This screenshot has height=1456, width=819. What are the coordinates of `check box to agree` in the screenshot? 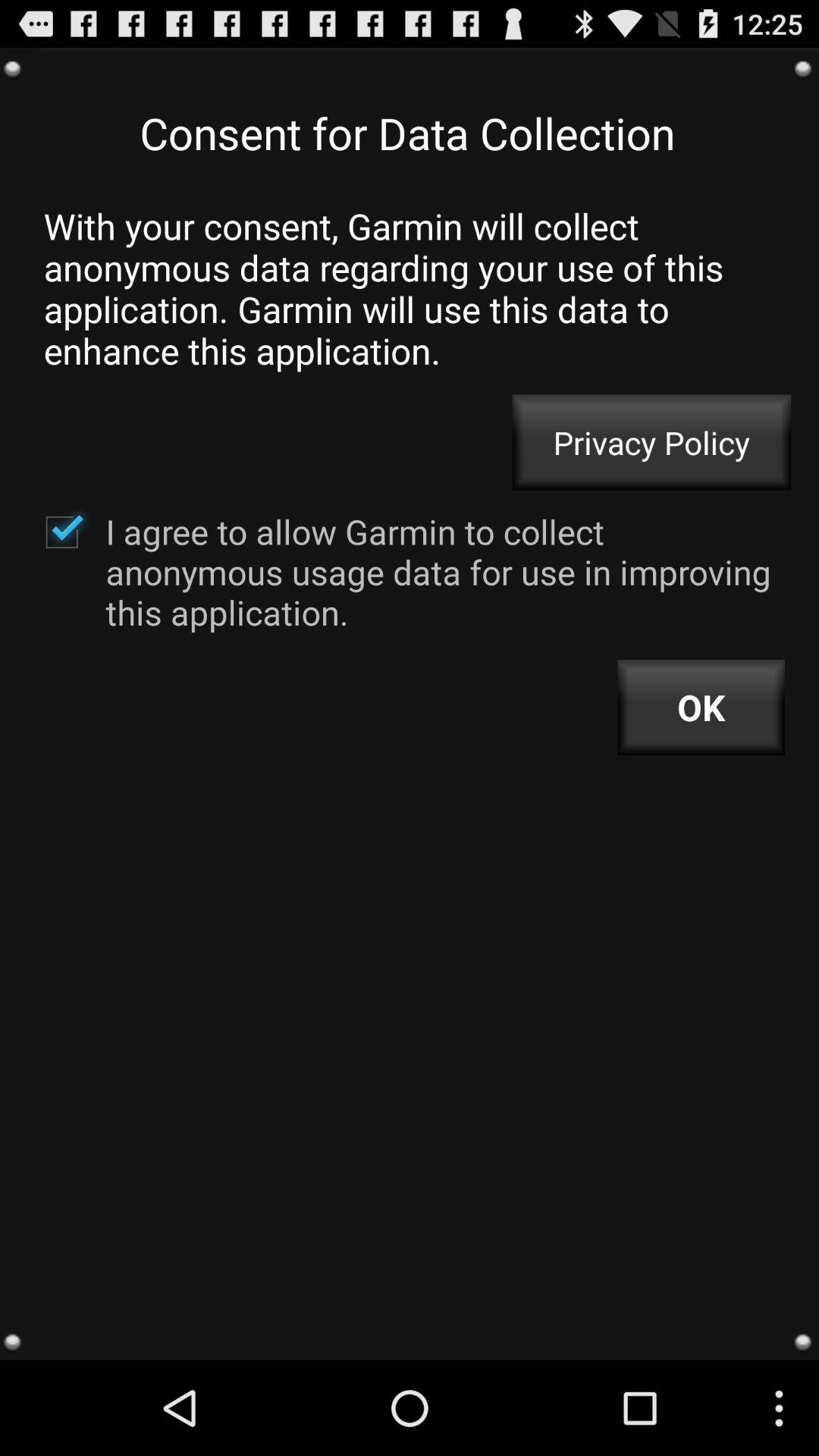 It's located at (61, 532).